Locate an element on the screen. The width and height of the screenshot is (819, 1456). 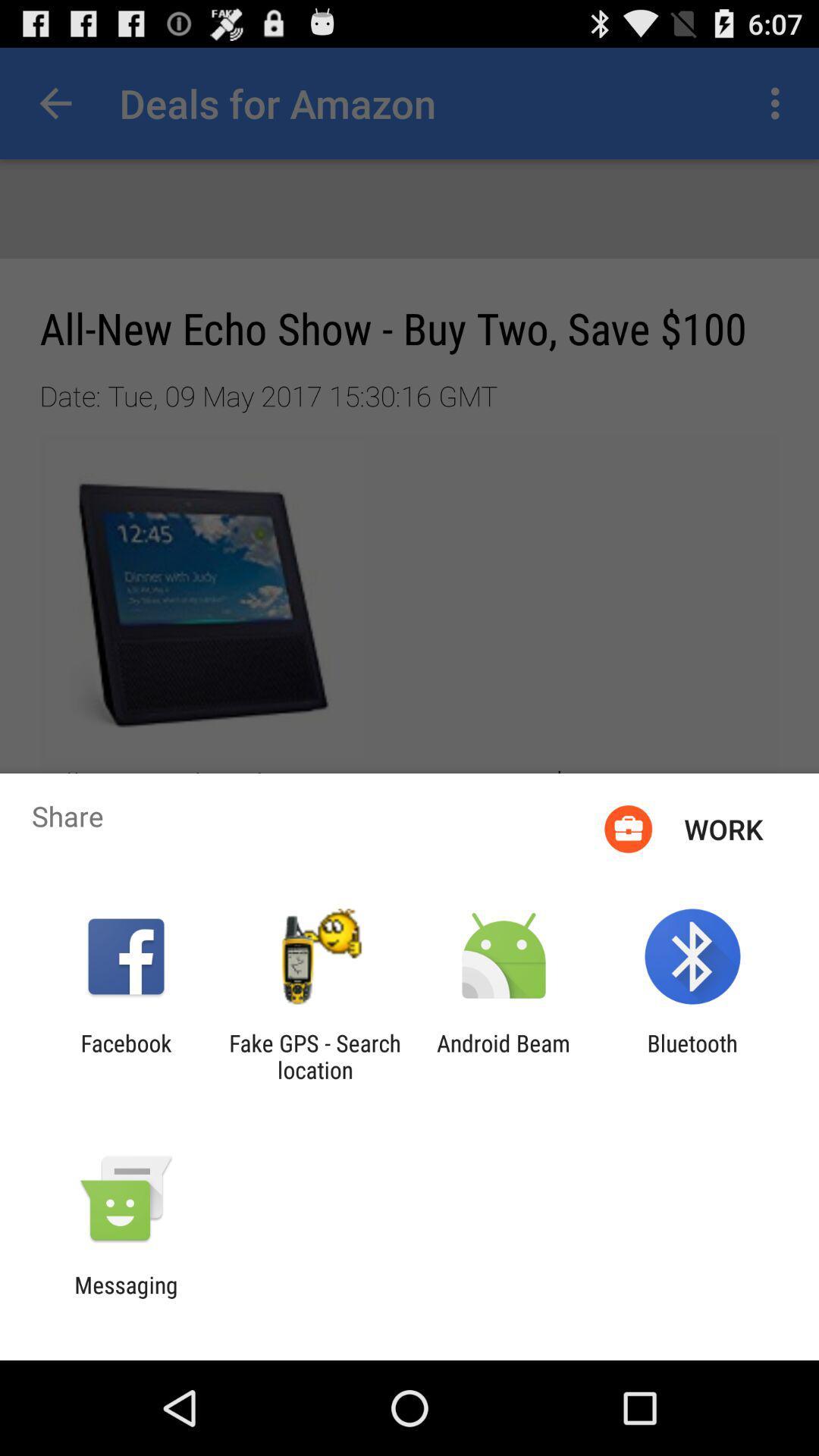
the app next to fake gps search item is located at coordinates (504, 1056).